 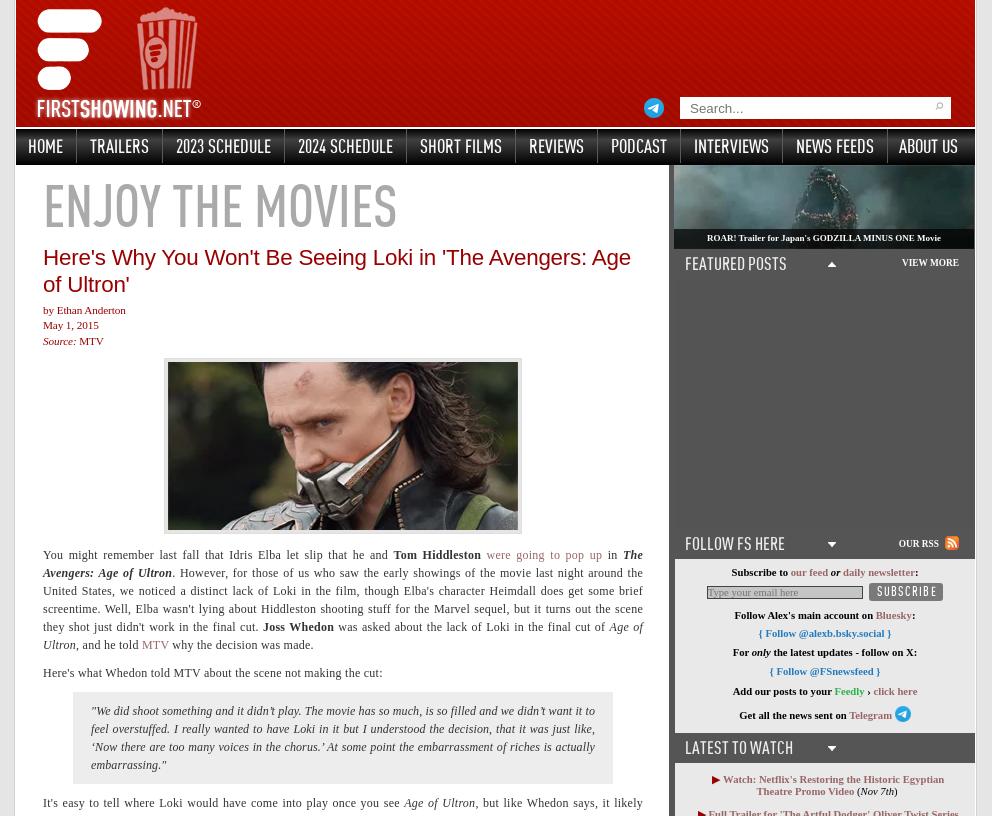 What do you see at coordinates (42, 309) in the screenshot?
I see `'by'` at bounding box center [42, 309].